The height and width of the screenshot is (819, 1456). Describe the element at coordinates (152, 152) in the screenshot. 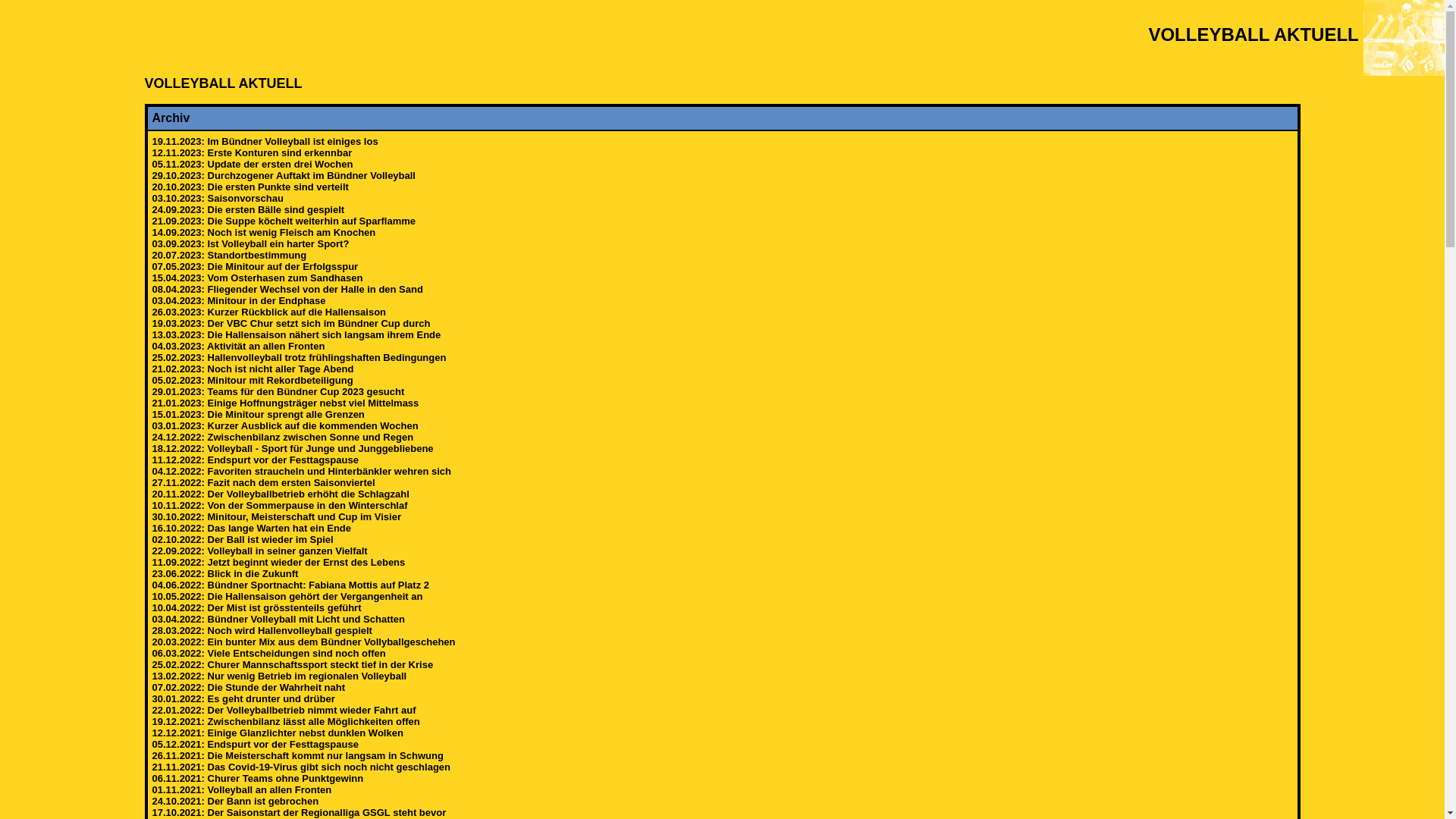

I see `'12.11.2023: Erste Konturen sind erkennbar'` at that location.